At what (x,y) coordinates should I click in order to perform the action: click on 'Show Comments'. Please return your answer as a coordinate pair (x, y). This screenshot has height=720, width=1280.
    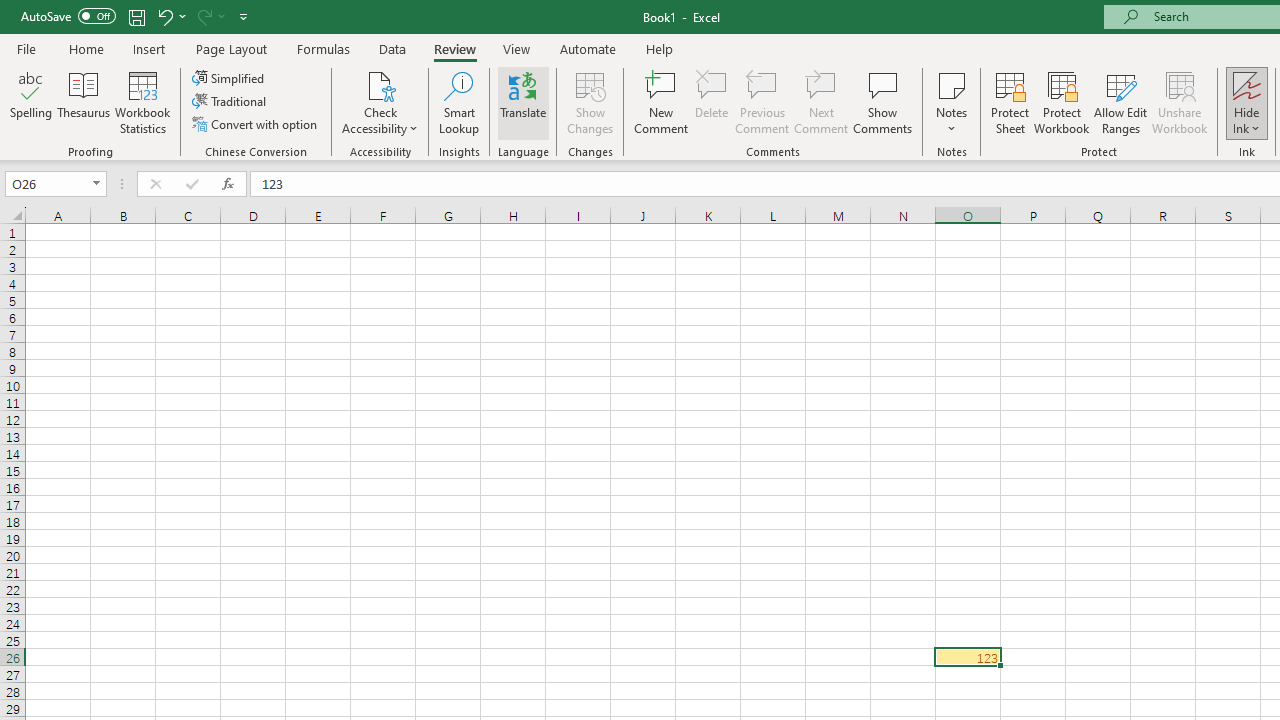
    Looking at the image, I should click on (882, 103).